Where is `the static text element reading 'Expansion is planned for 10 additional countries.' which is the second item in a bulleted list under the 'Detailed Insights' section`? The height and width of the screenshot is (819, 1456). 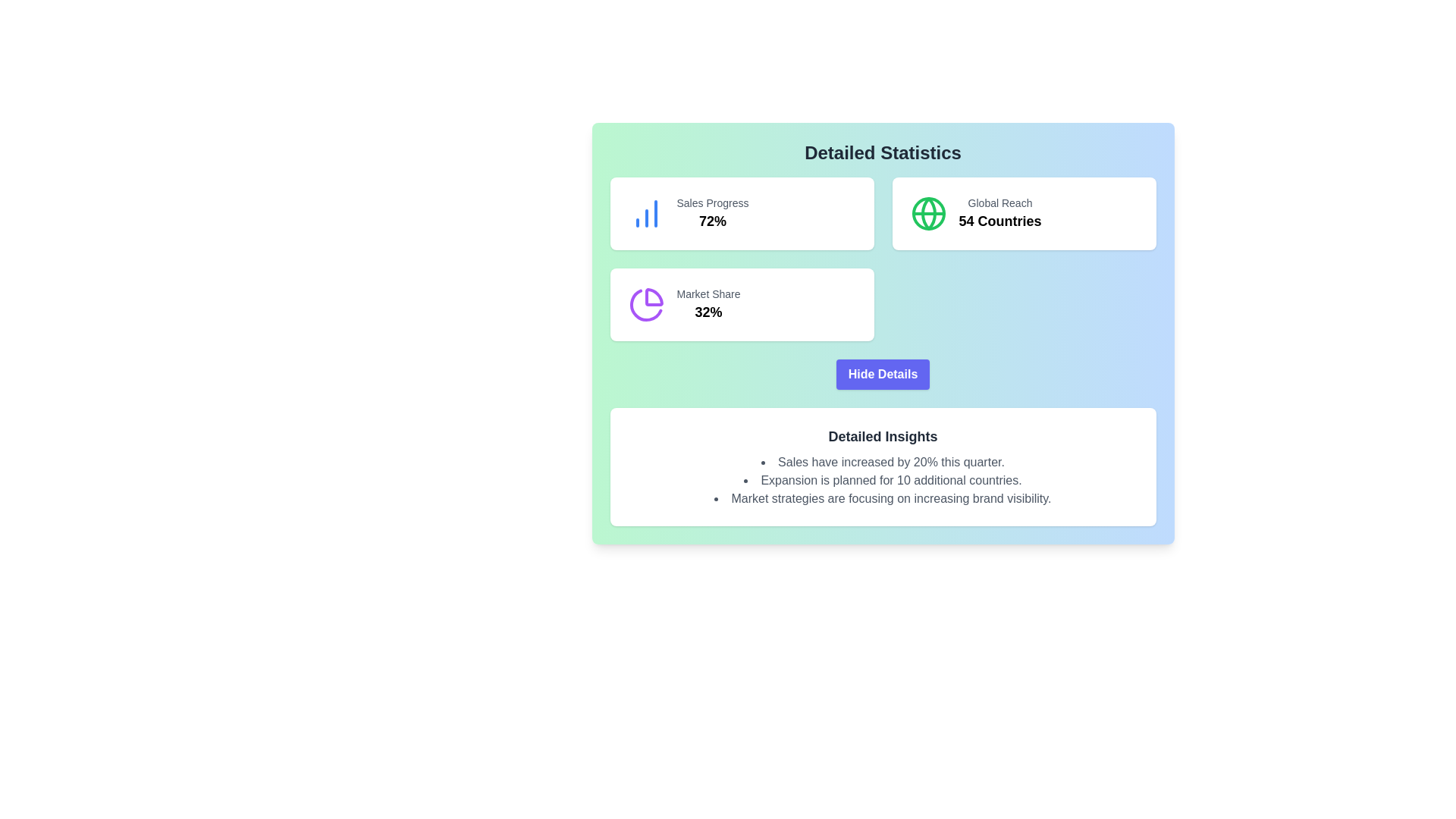
the static text element reading 'Expansion is planned for 10 additional countries.' which is the second item in a bulleted list under the 'Detailed Insights' section is located at coordinates (883, 480).